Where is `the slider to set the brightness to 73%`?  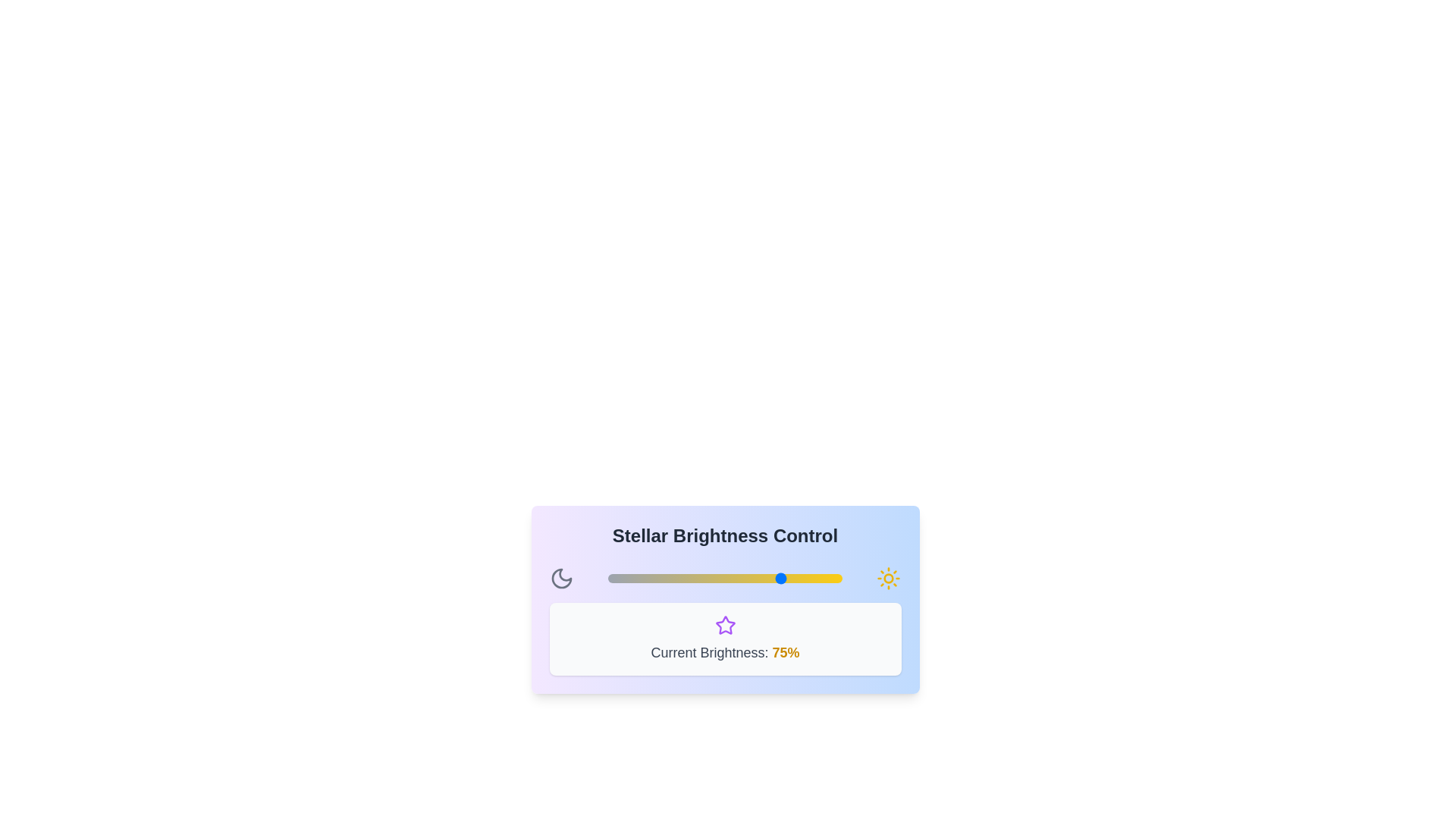 the slider to set the brightness to 73% is located at coordinates (779, 579).